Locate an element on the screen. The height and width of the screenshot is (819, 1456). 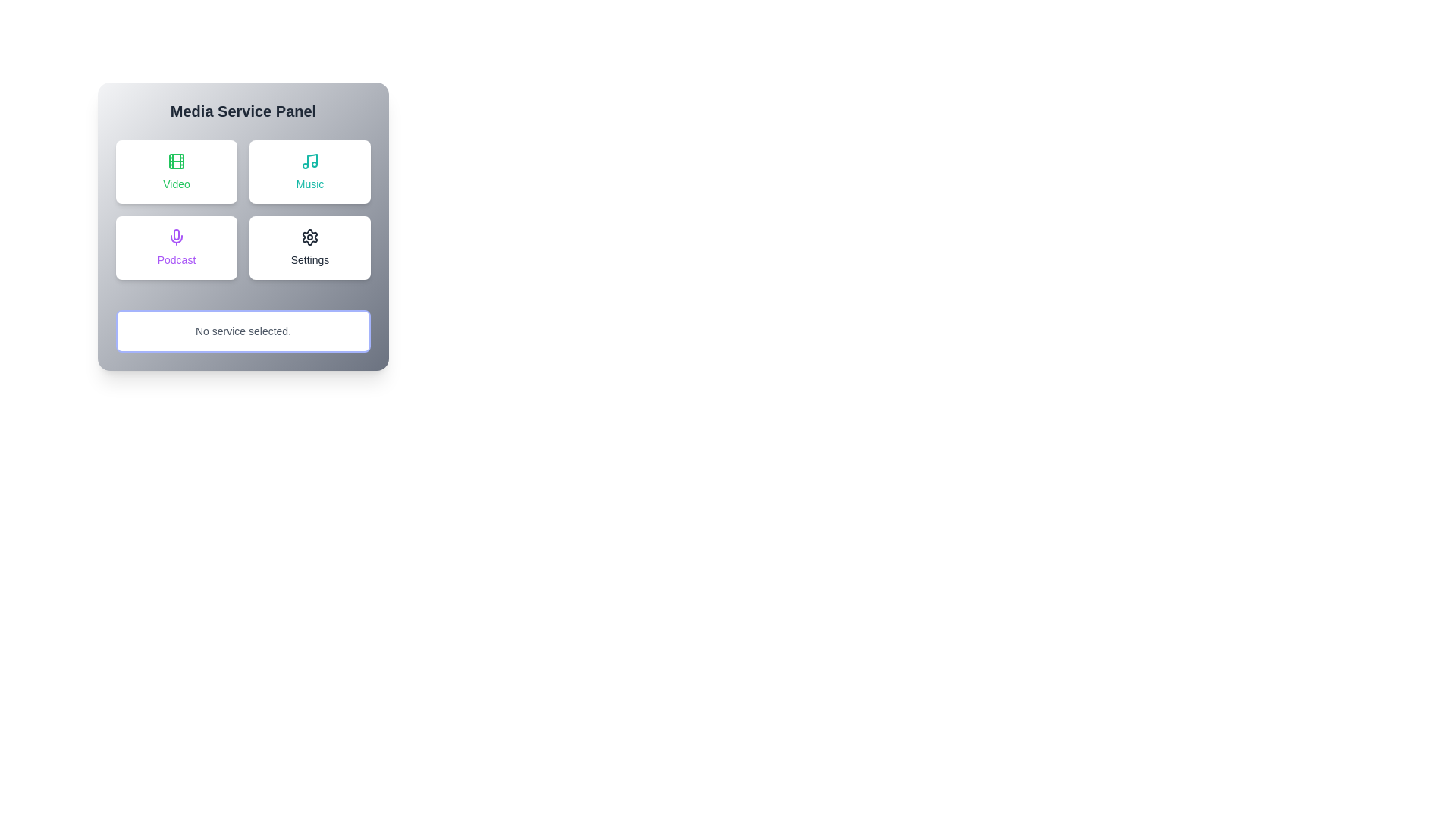
the SVG Rectangle that serves as the decorative part of the 'Video' button in the Media Service Panel, located above the text label 'Video' is located at coordinates (177, 161).